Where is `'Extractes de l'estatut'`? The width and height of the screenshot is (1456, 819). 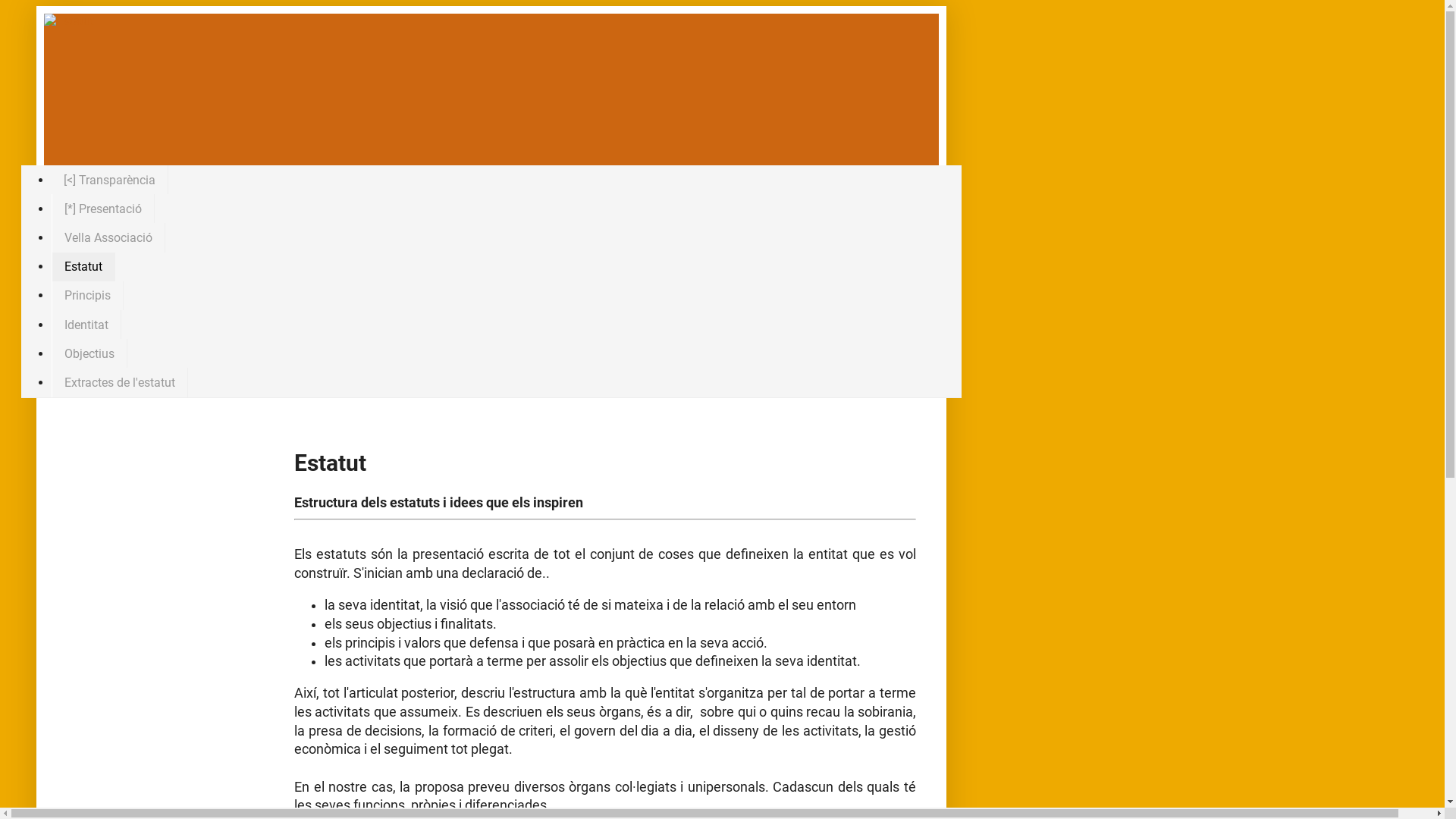 'Extractes de l'estatut' is located at coordinates (119, 381).